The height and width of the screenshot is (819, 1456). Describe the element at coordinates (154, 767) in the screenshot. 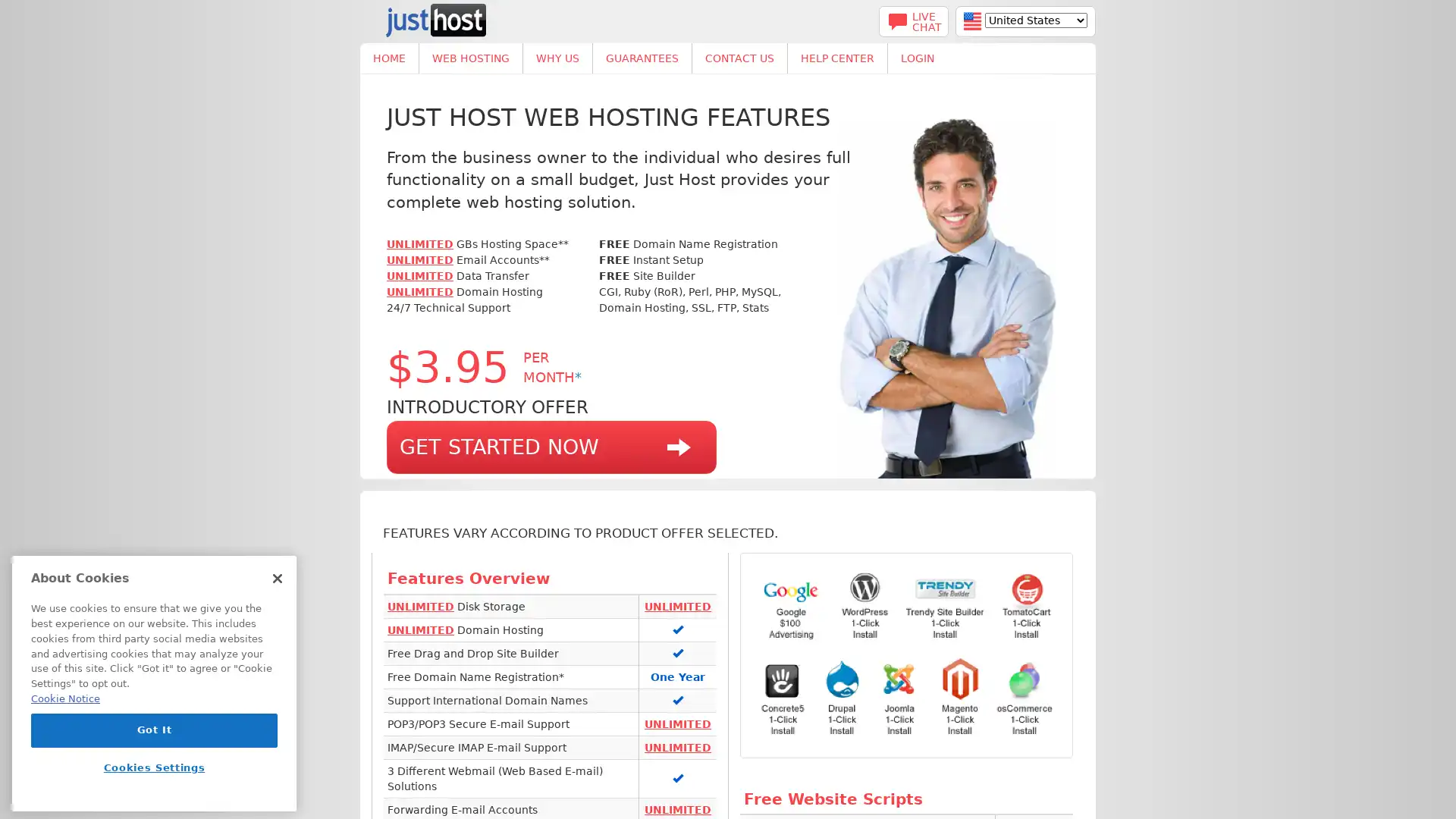

I see `Cookies Settings` at that location.